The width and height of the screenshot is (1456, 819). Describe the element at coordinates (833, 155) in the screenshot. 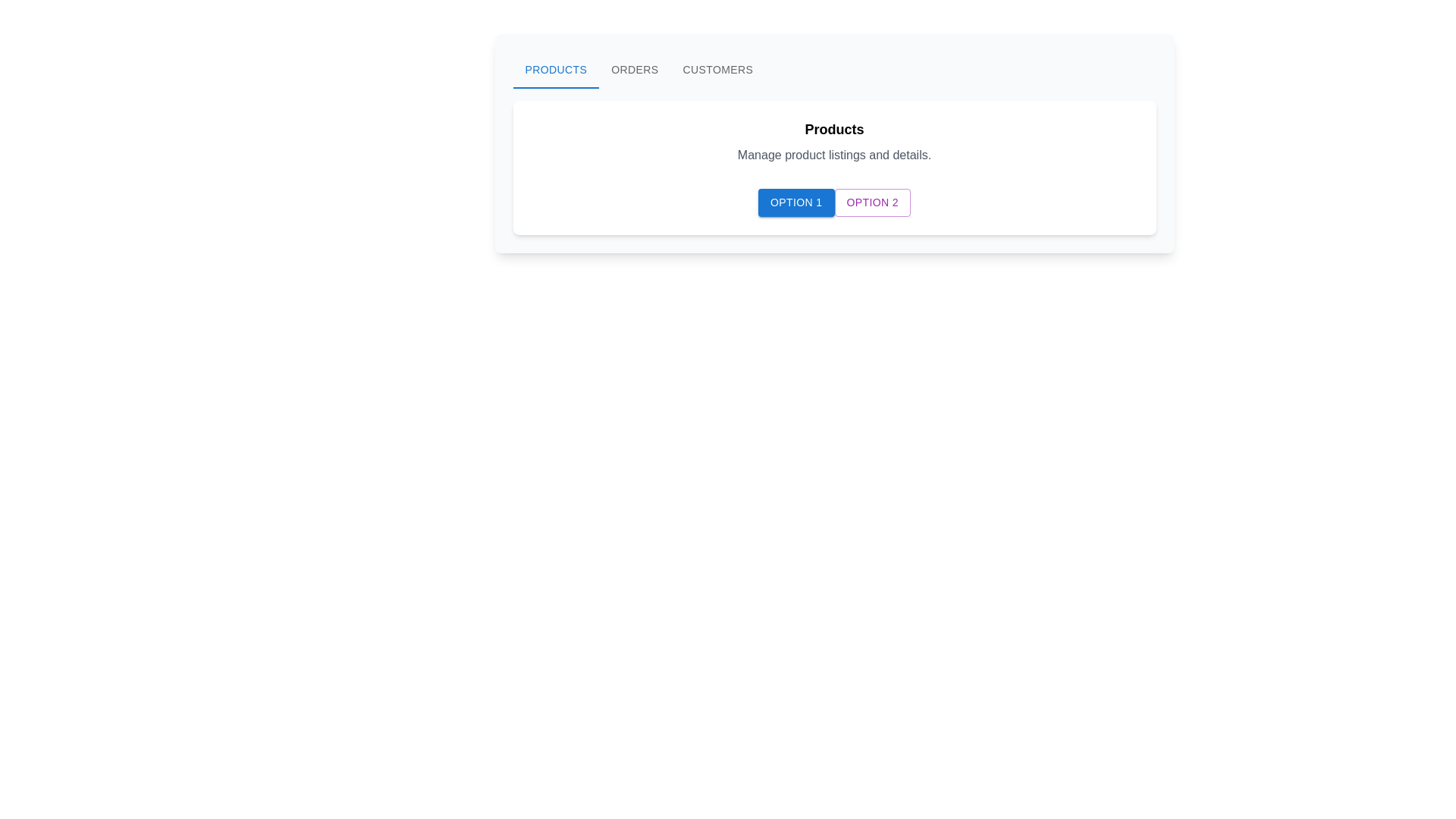

I see `the descriptive text label providing context for the 'Products' section, which is located below the heading and above the buttons 'Option 1' and 'Option 2.'` at that location.